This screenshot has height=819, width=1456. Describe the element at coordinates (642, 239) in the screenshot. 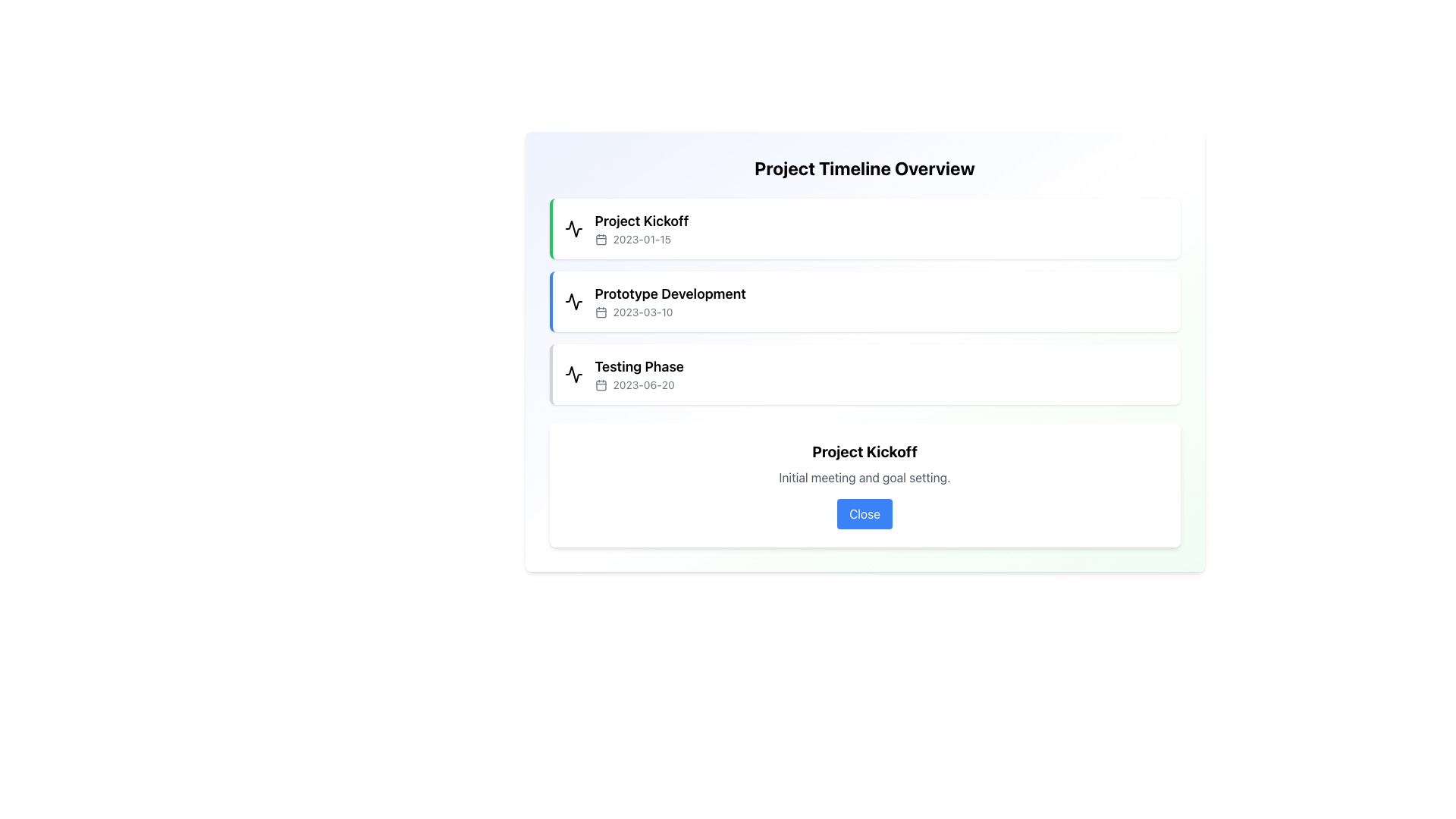

I see `the associated icon located directly under the 'Project Kickoff' text, which indicates the date for the milestone` at that location.